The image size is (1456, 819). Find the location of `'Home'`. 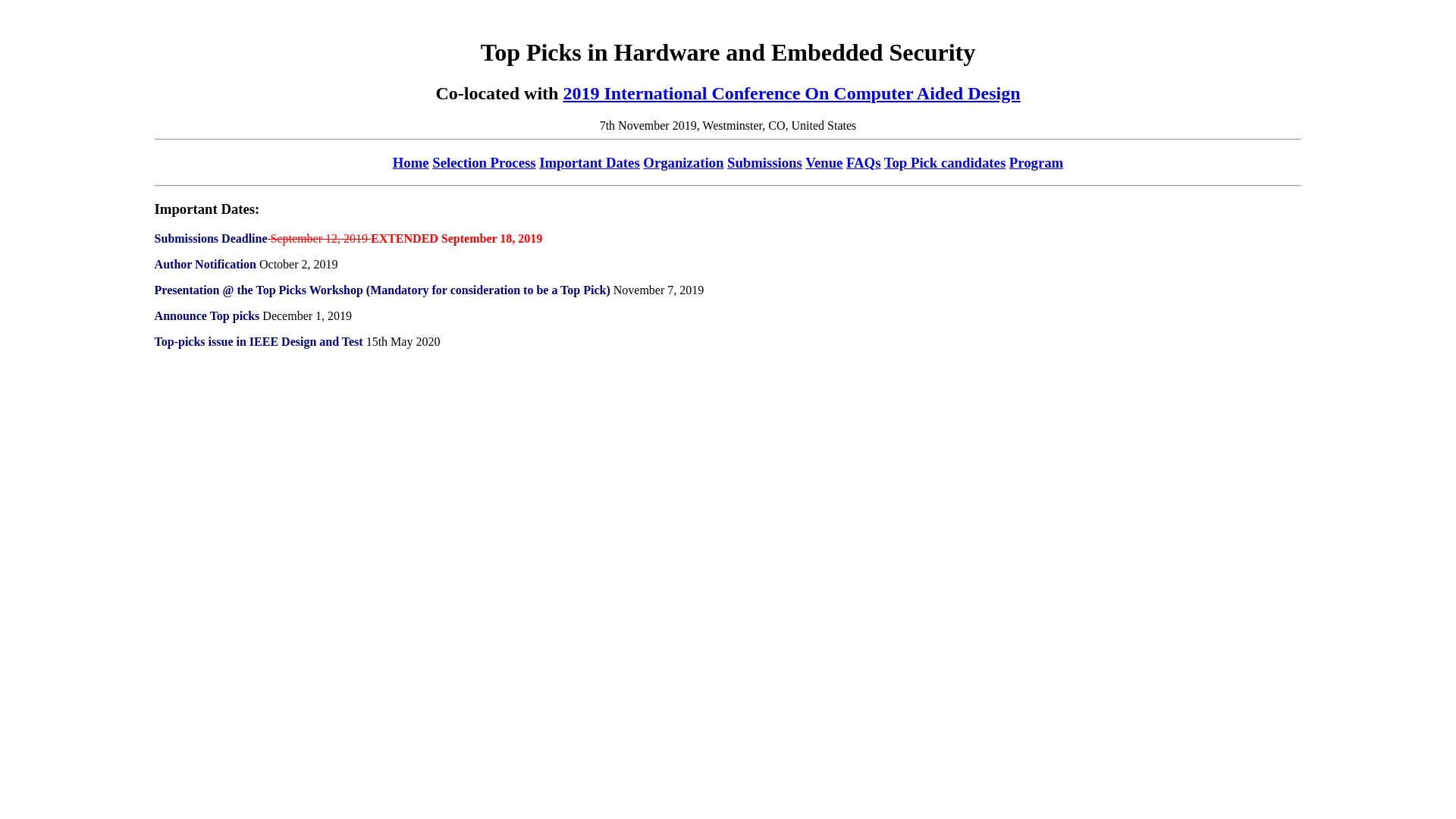

'Home' is located at coordinates (393, 162).